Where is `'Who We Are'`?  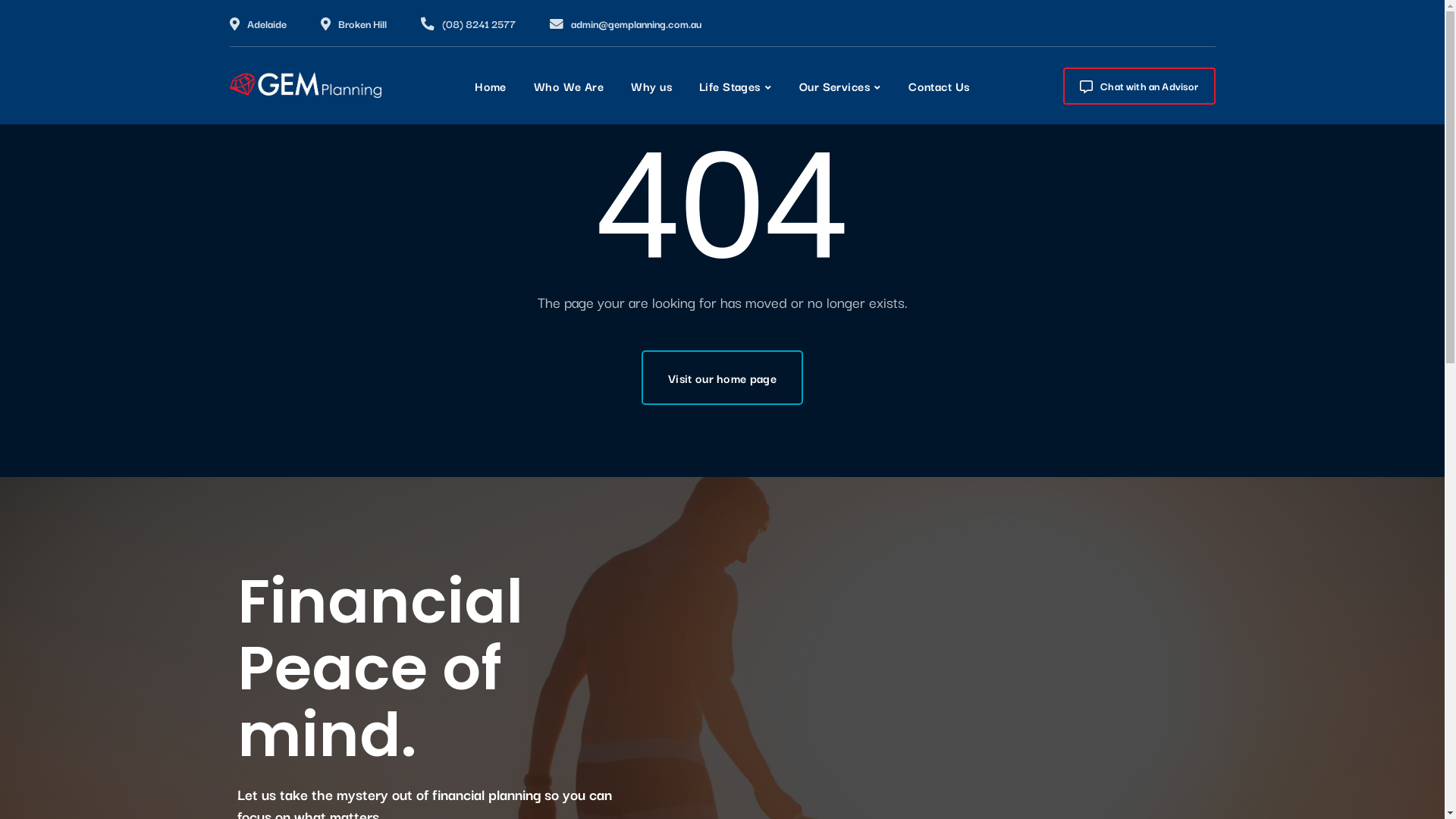 'Who We Are' is located at coordinates (567, 85).